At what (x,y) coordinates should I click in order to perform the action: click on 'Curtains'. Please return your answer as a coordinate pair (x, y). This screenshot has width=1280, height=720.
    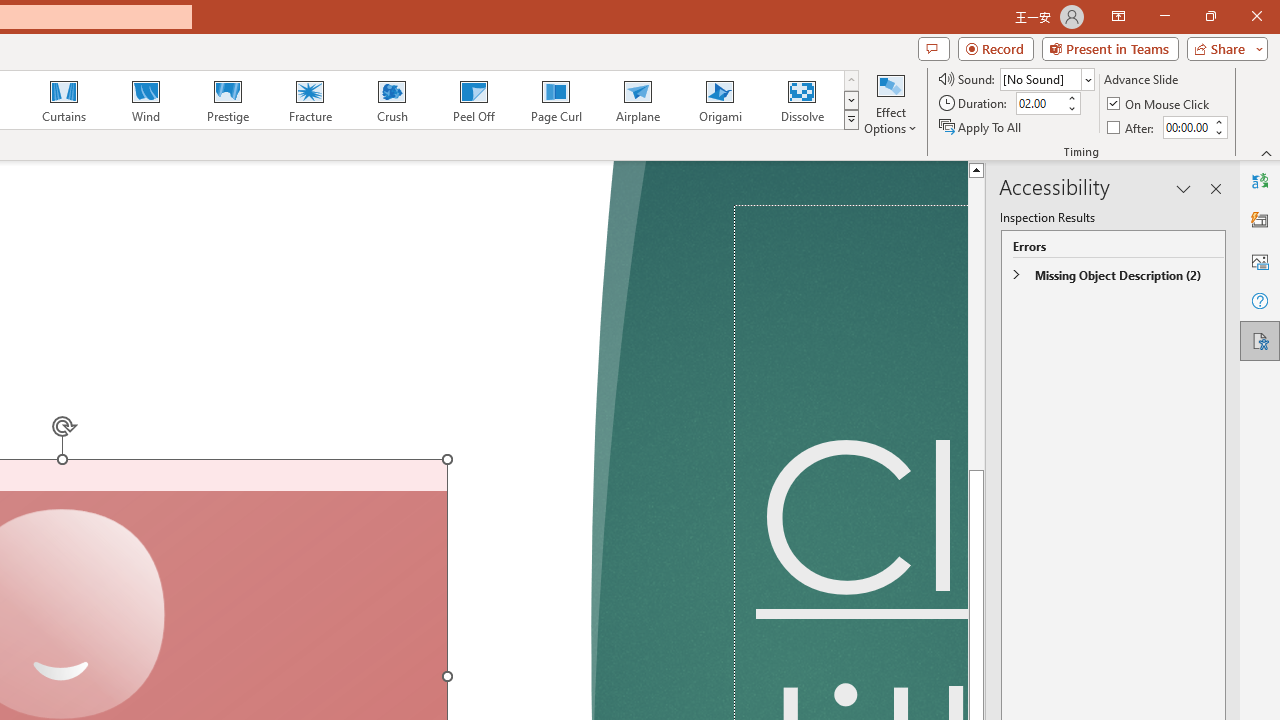
    Looking at the image, I should click on (64, 100).